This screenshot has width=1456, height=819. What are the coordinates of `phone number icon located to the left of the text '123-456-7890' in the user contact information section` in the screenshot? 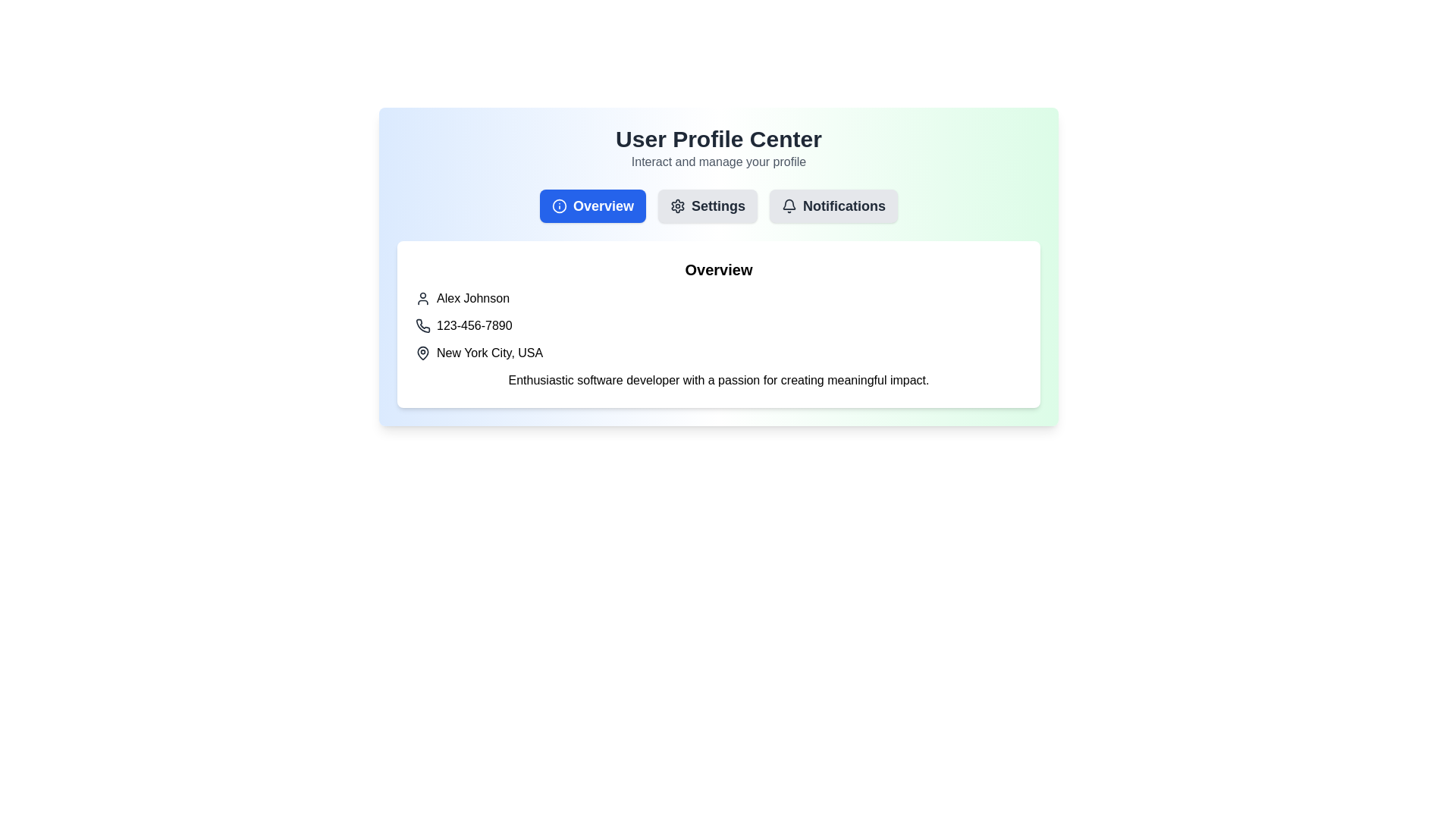 It's located at (423, 325).